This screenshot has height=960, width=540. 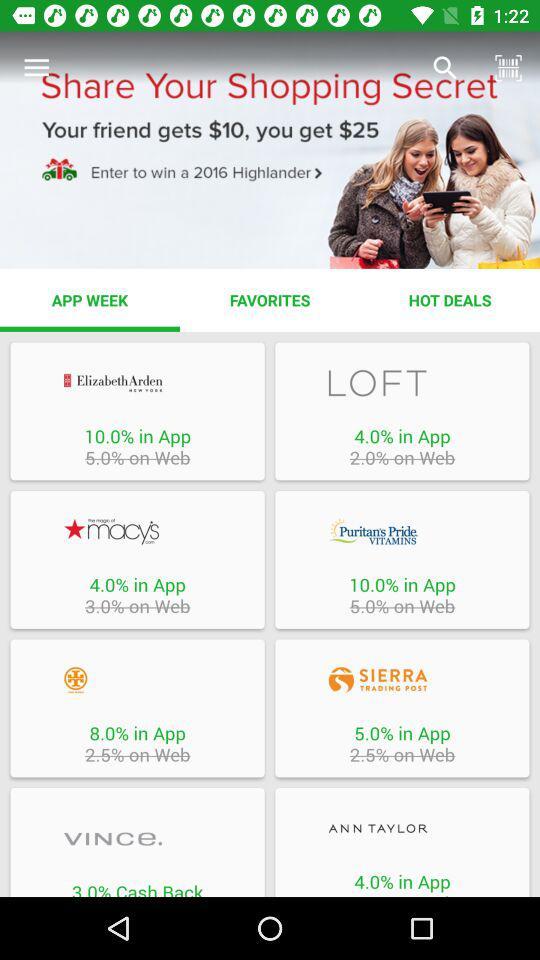 I want to click on coupon, so click(x=136, y=839).